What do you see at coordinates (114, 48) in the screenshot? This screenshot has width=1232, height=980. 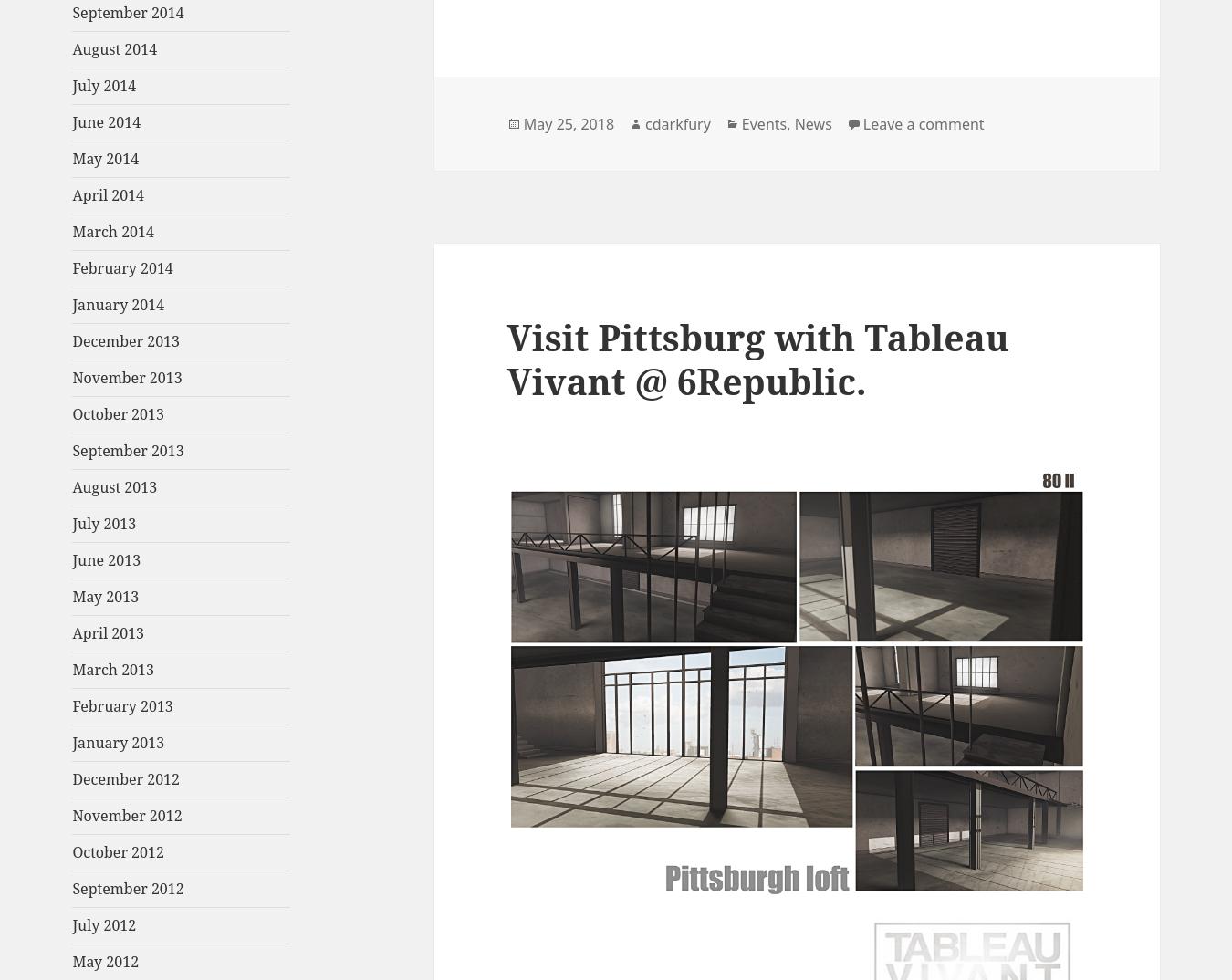 I see `'August 2014'` at bounding box center [114, 48].